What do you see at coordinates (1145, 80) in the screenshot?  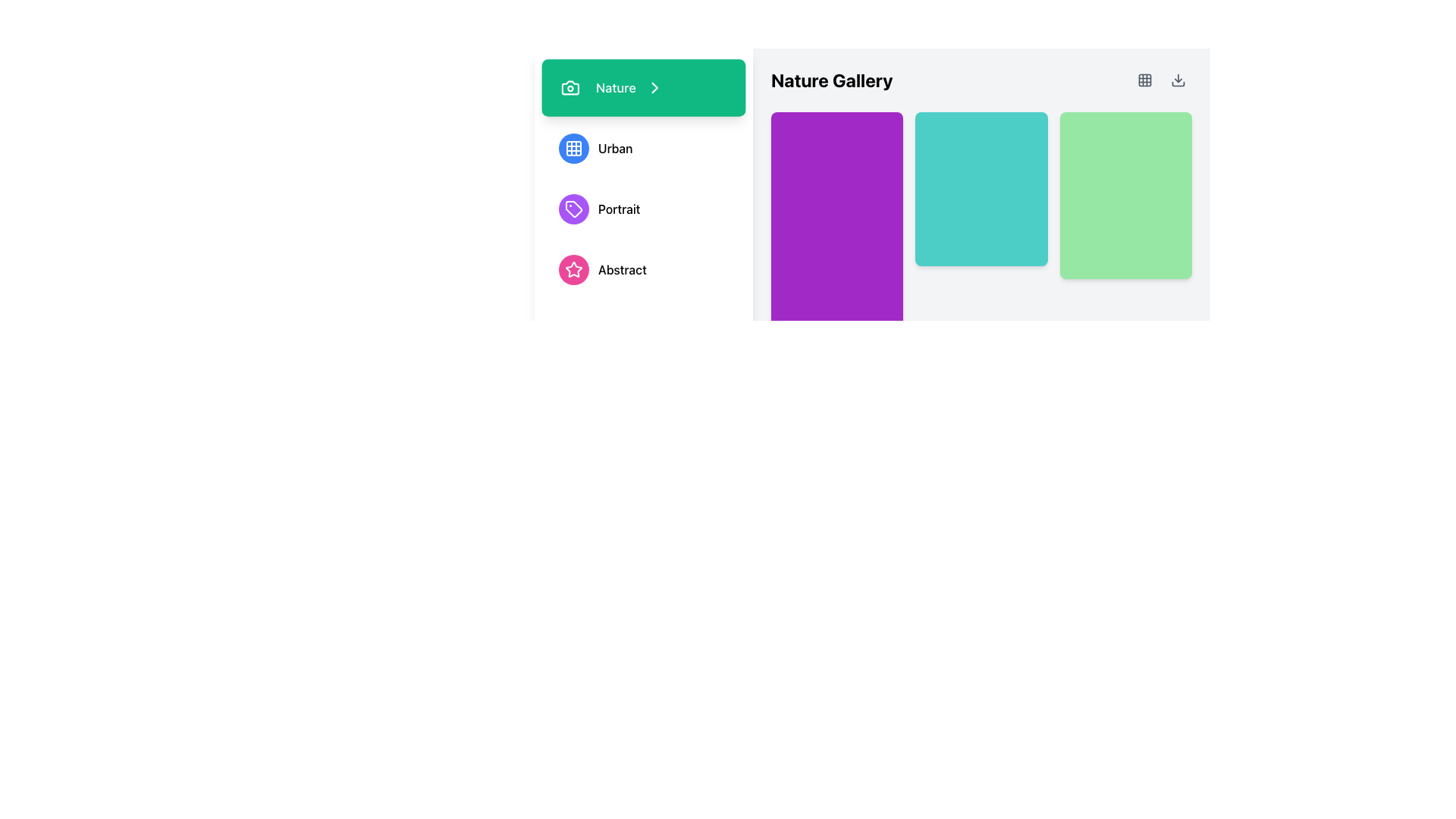 I see `the icon button located near the top-right corner of the interface, to the left of the download icon` at bounding box center [1145, 80].